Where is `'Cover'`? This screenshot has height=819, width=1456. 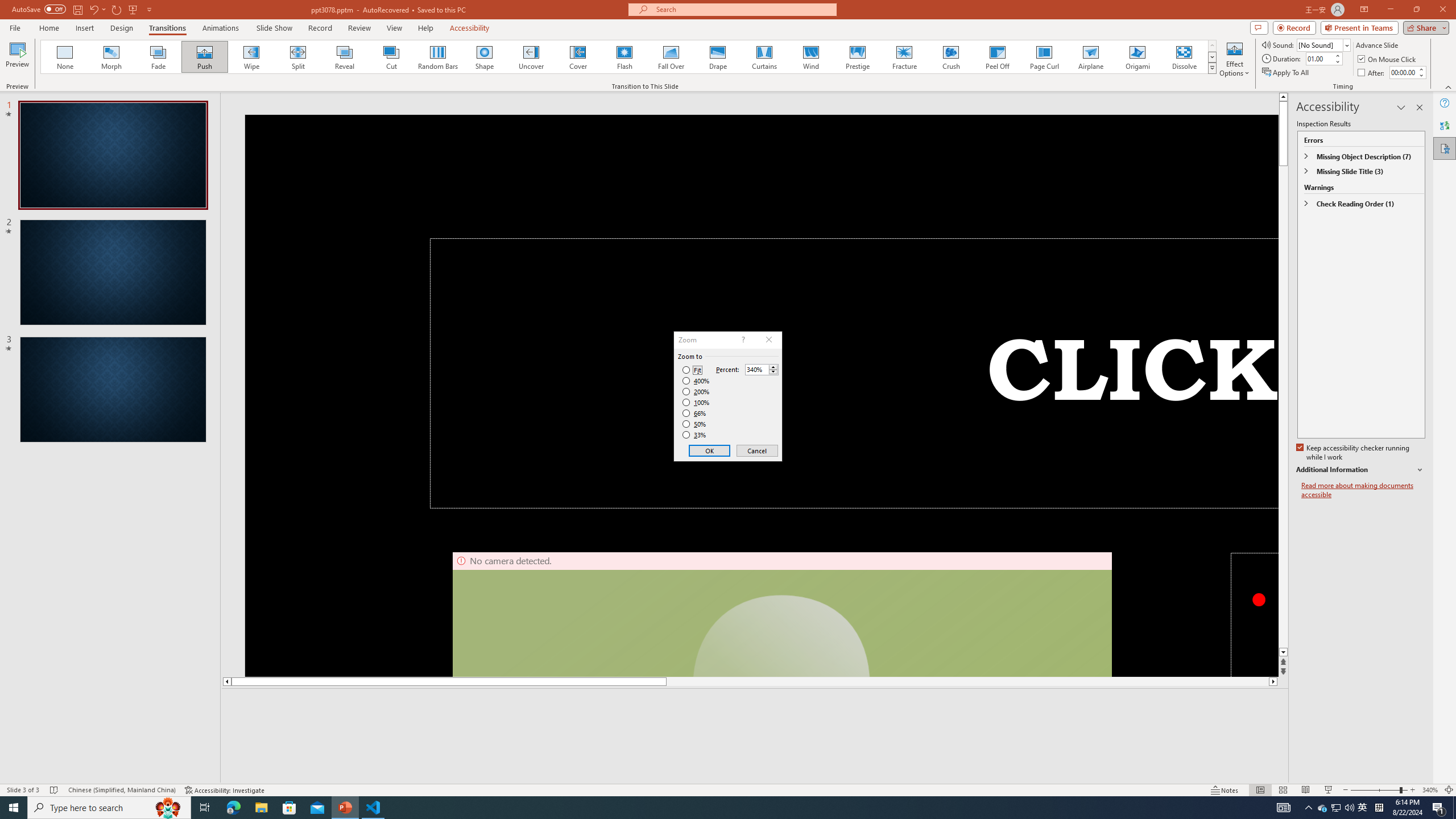 'Cover' is located at coordinates (577, 56).